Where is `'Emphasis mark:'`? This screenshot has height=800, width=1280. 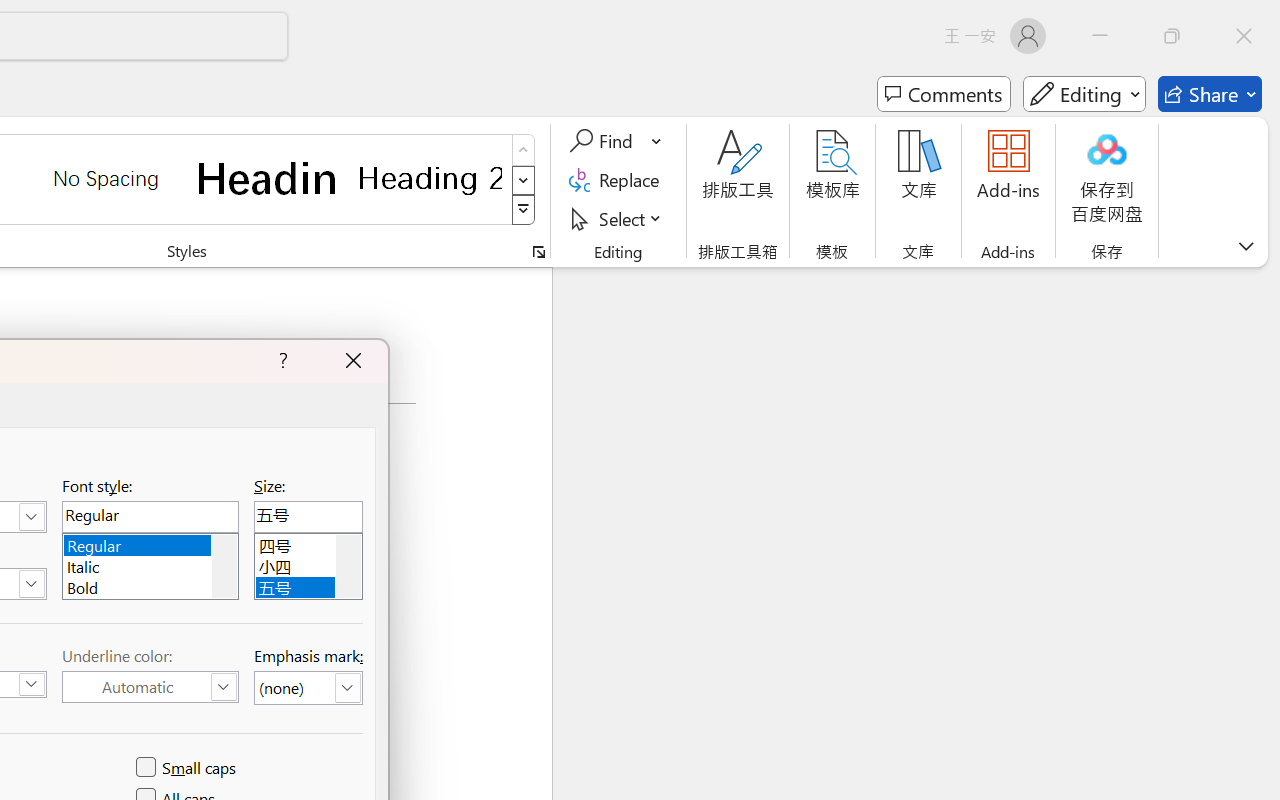
'Emphasis mark:' is located at coordinates (307, 688).